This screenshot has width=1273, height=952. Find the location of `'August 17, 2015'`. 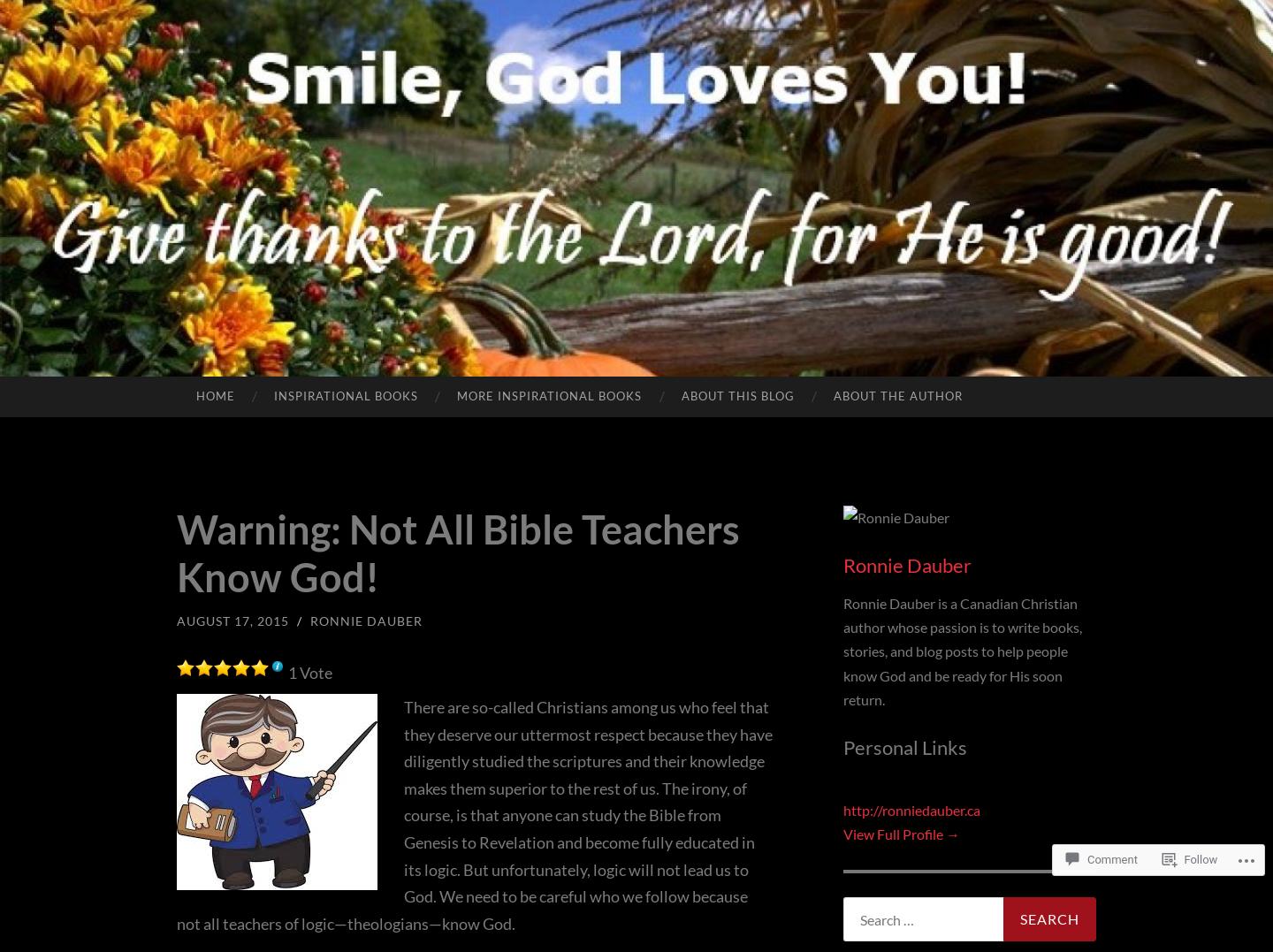

'August 17, 2015' is located at coordinates (177, 620).